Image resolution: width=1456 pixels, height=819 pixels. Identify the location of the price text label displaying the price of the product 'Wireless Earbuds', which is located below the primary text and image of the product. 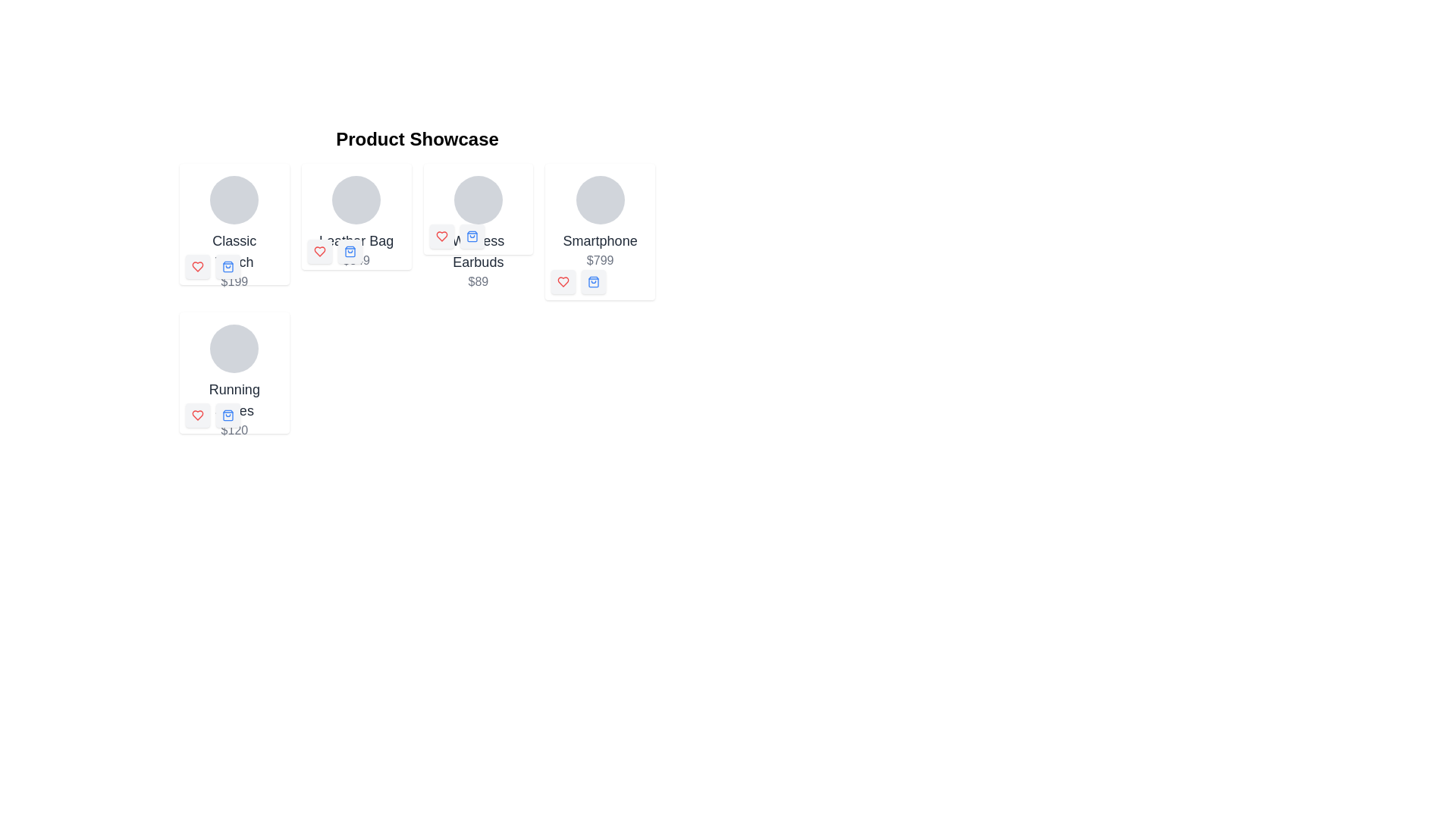
(477, 281).